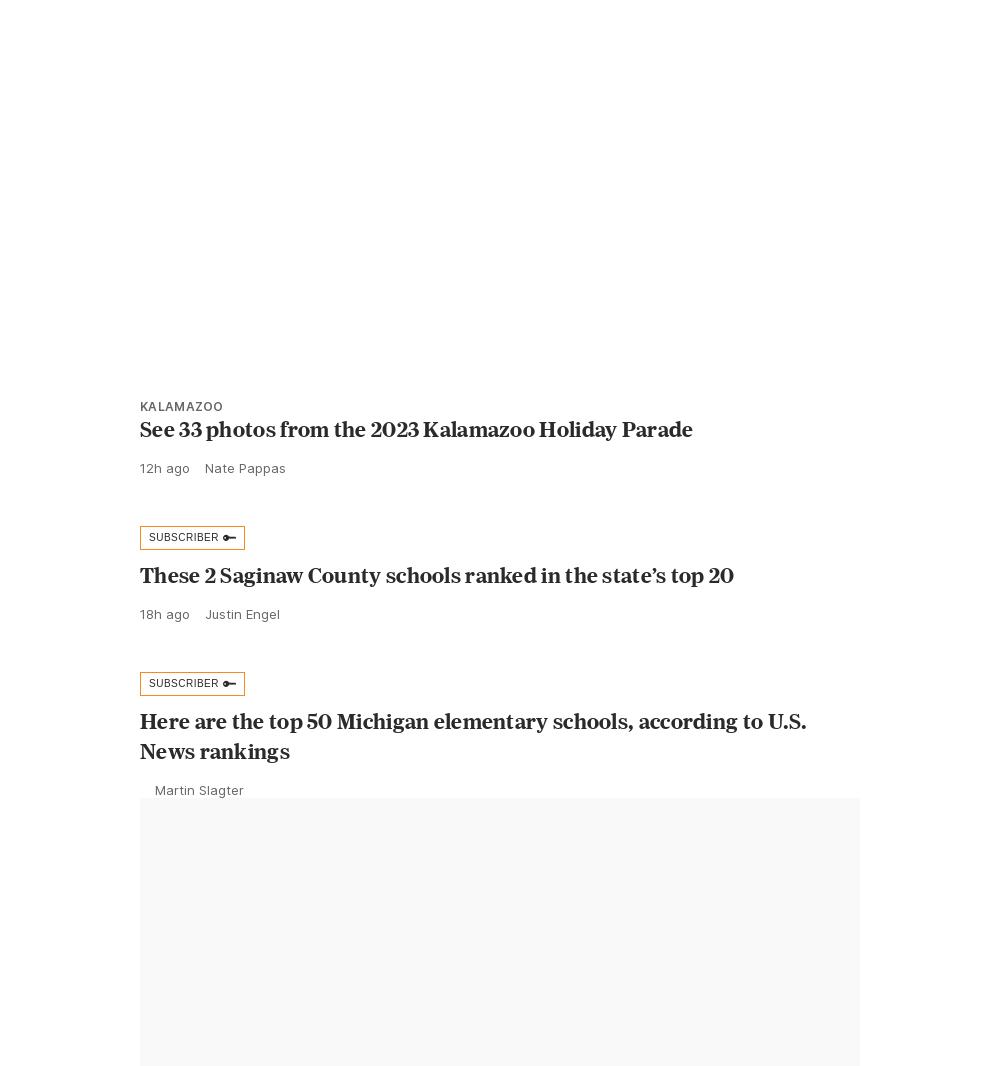 This screenshot has width=1000, height=1066. What do you see at coordinates (165, 511) in the screenshot?
I see `'12h ago'` at bounding box center [165, 511].